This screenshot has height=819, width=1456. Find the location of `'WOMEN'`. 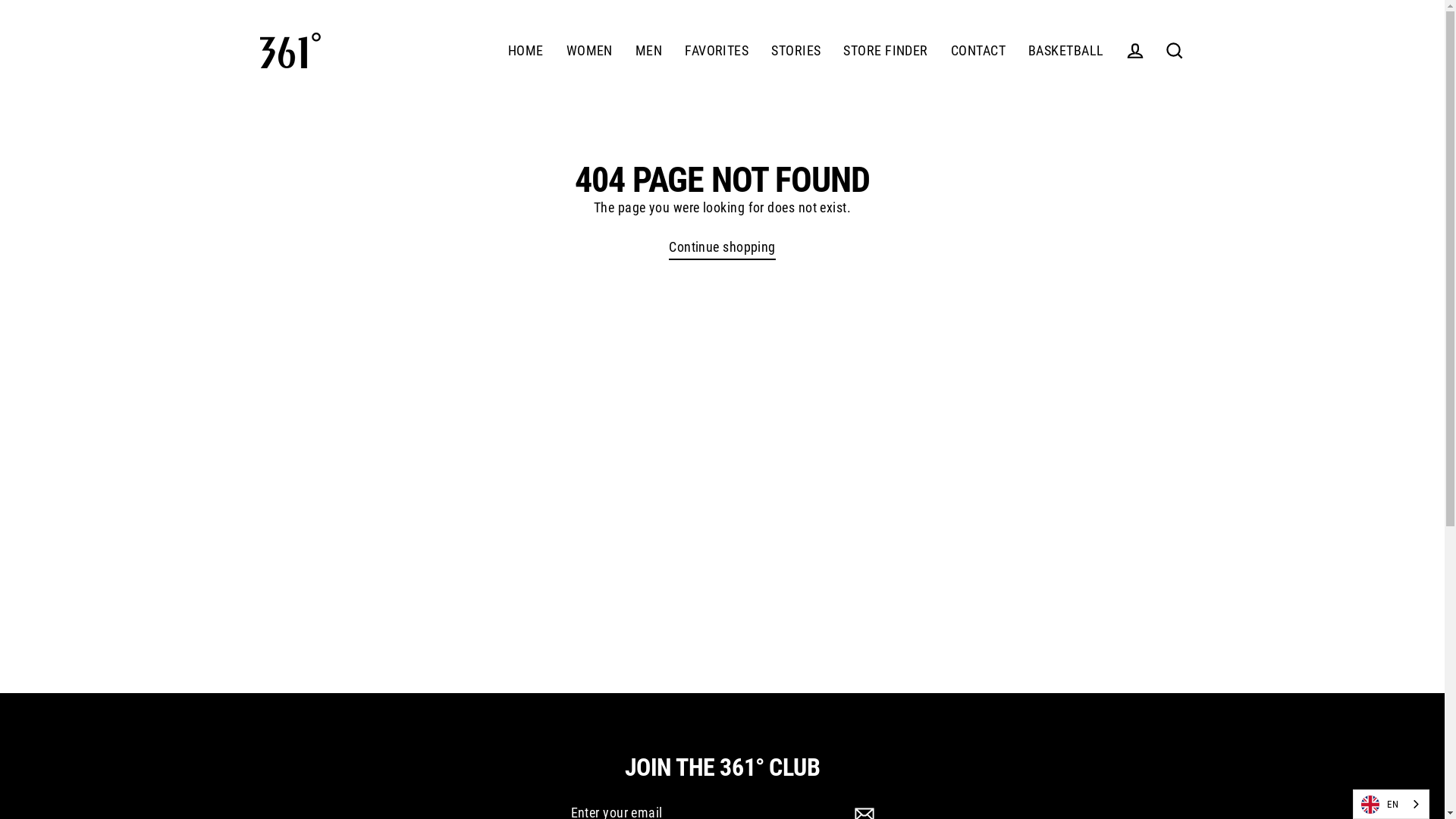

'WOMEN' is located at coordinates (588, 49).